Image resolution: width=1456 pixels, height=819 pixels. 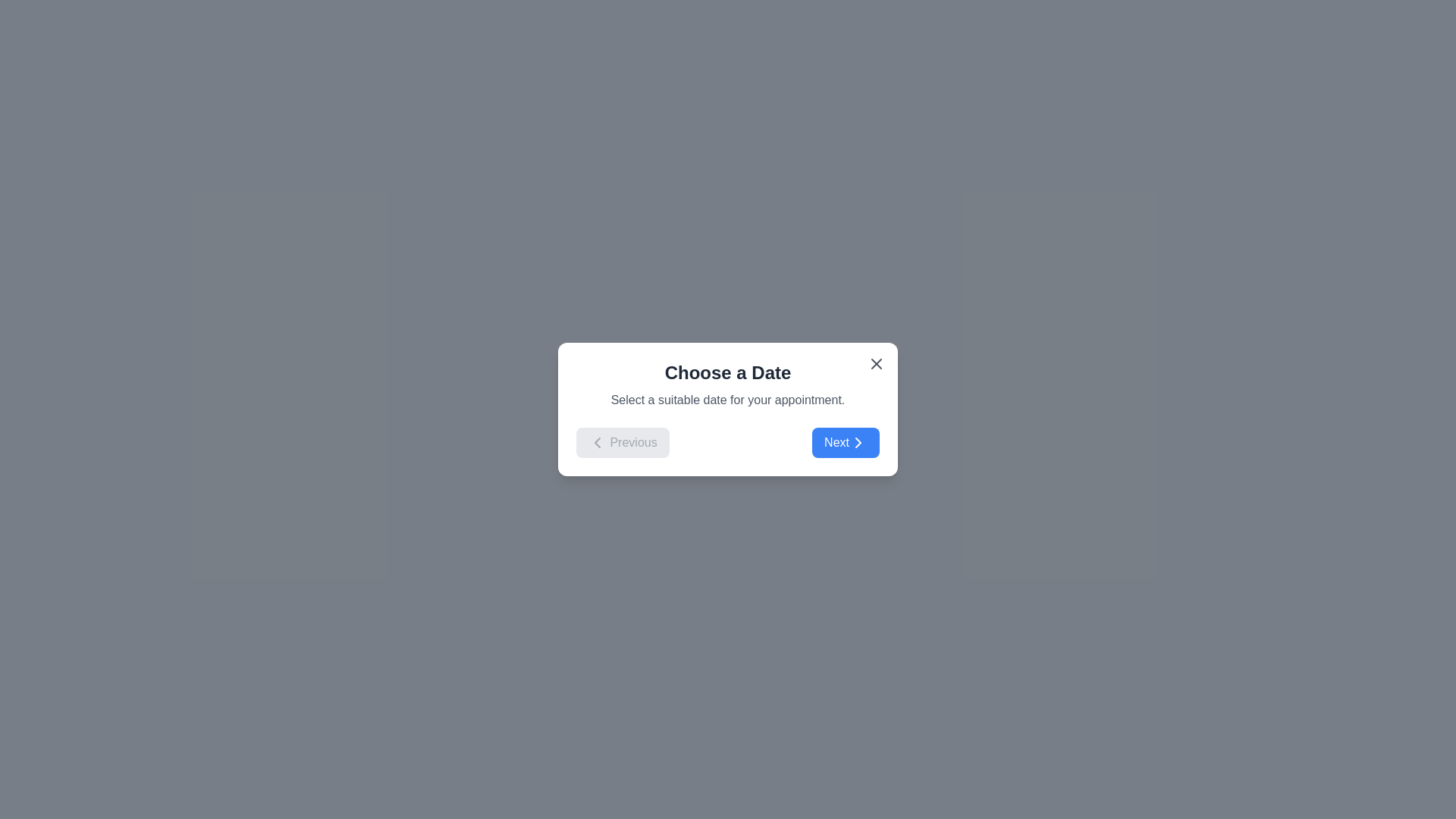 What do you see at coordinates (623, 442) in the screenshot?
I see `the navigation button located on the left side of the modal dialog to move to the previous step in the interface flow` at bounding box center [623, 442].